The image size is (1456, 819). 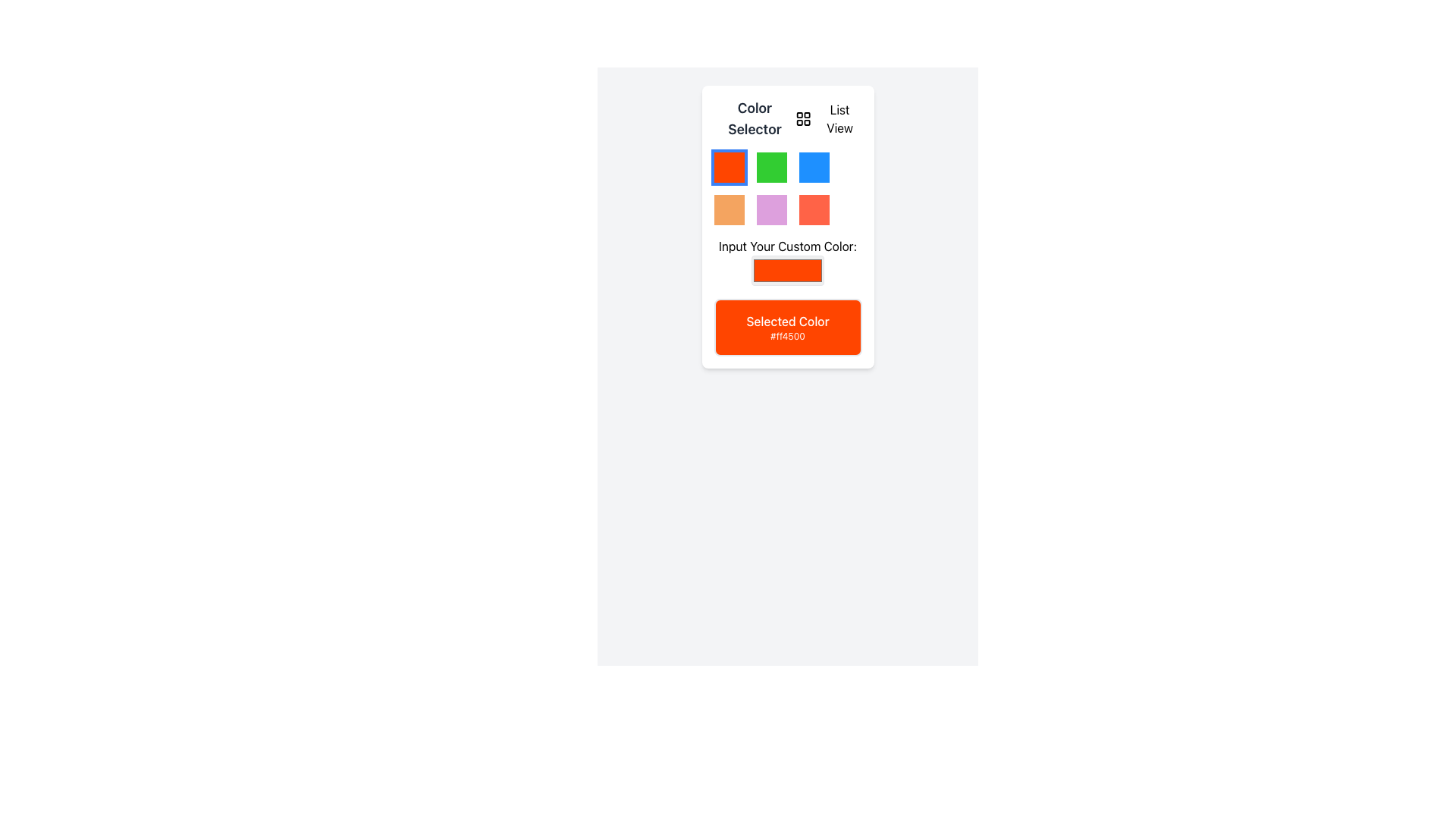 I want to click on color and code information from the informational display element labeled 'Selected Color' with the hexadecimal code '#ff4500', located at the bottom of the color selection interface, so click(x=787, y=327).